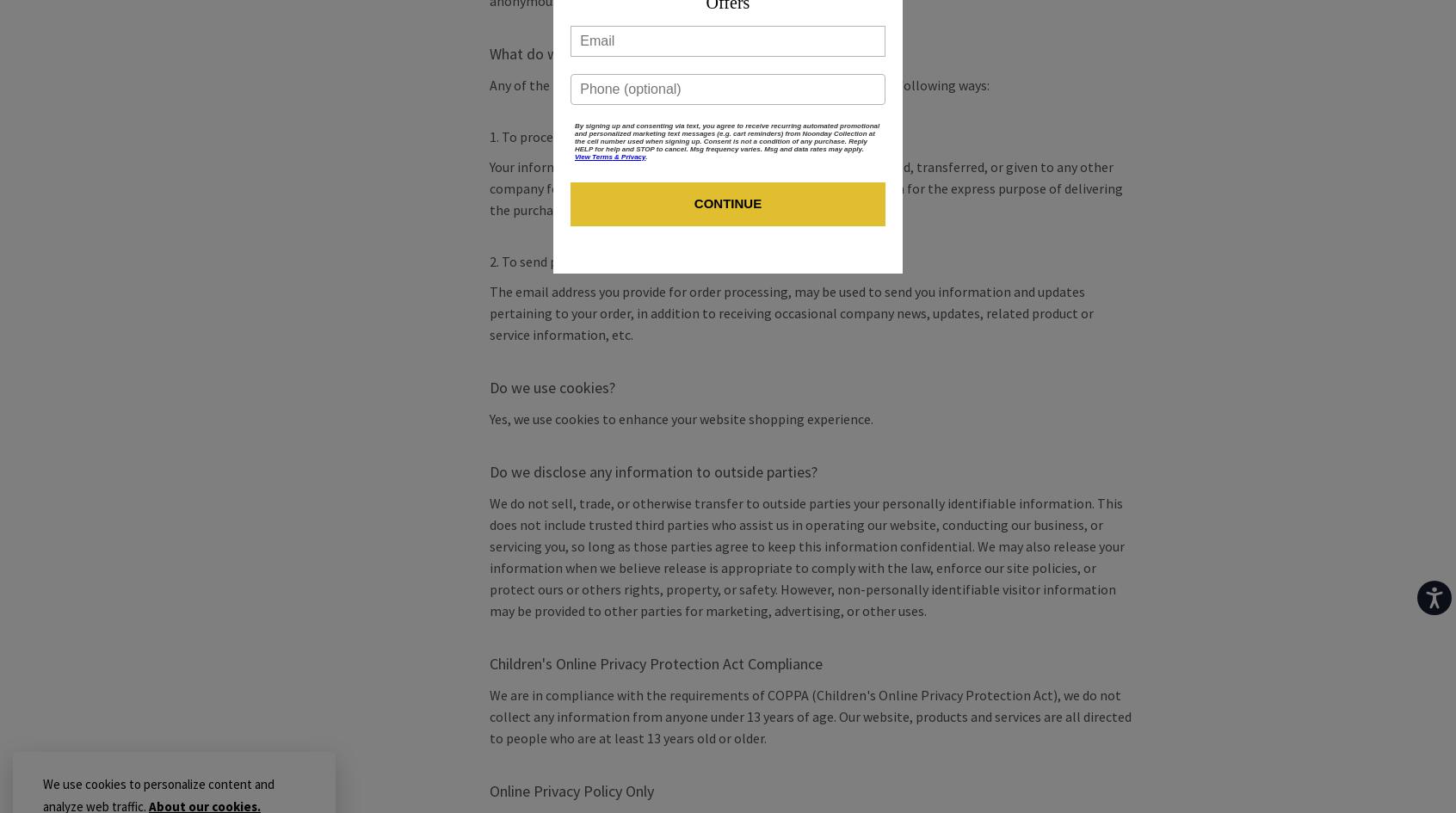 This screenshot has width=1456, height=813. Describe the element at coordinates (790, 312) in the screenshot. I see `'The email address you provide for order processing, may be used to send you information and updates pertaining to your order, in addition to receiving occasional company news, updates, related product or service information, etc.'` at that location.